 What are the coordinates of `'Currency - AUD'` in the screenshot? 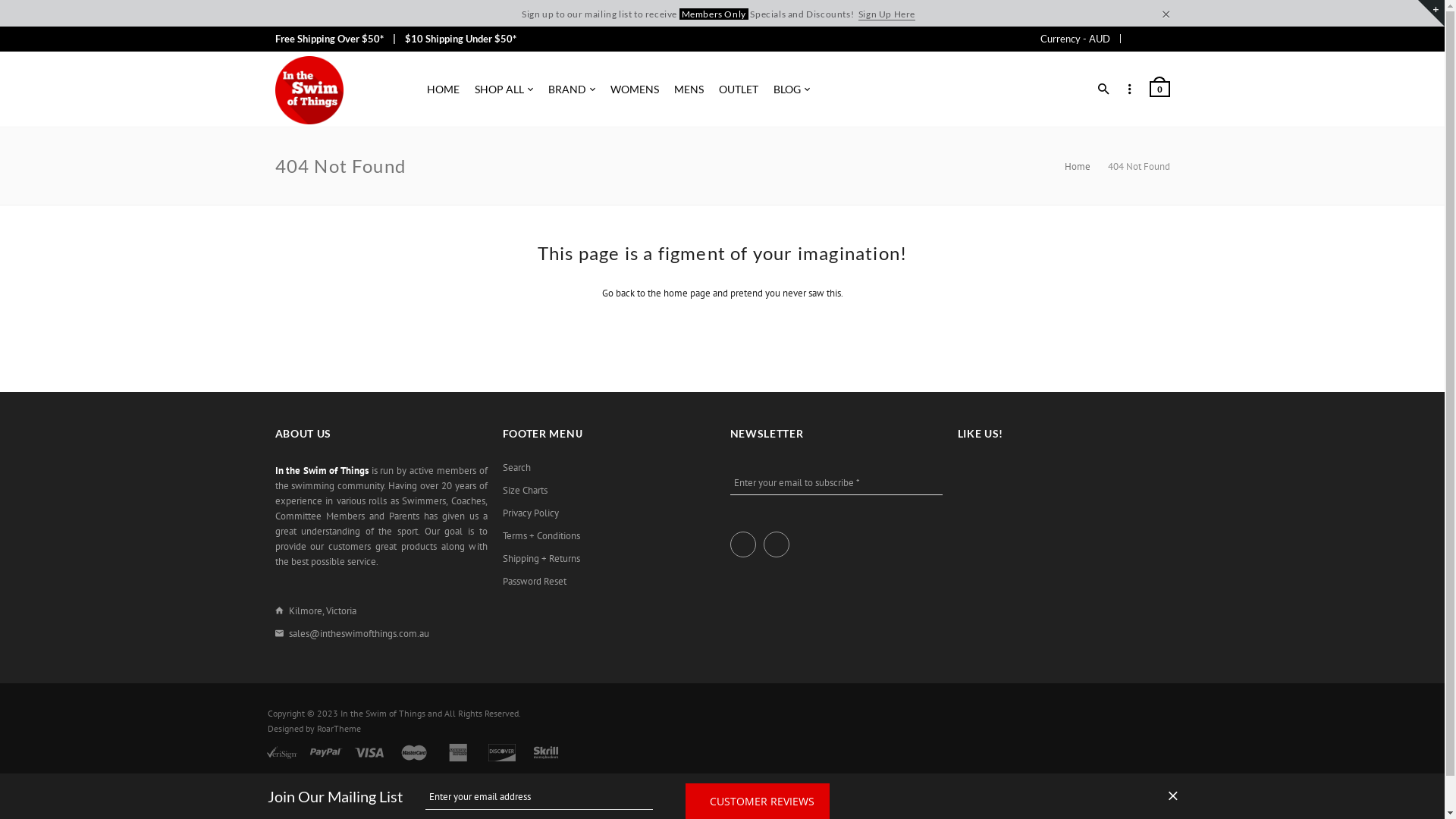 It's located at (1040, 37).